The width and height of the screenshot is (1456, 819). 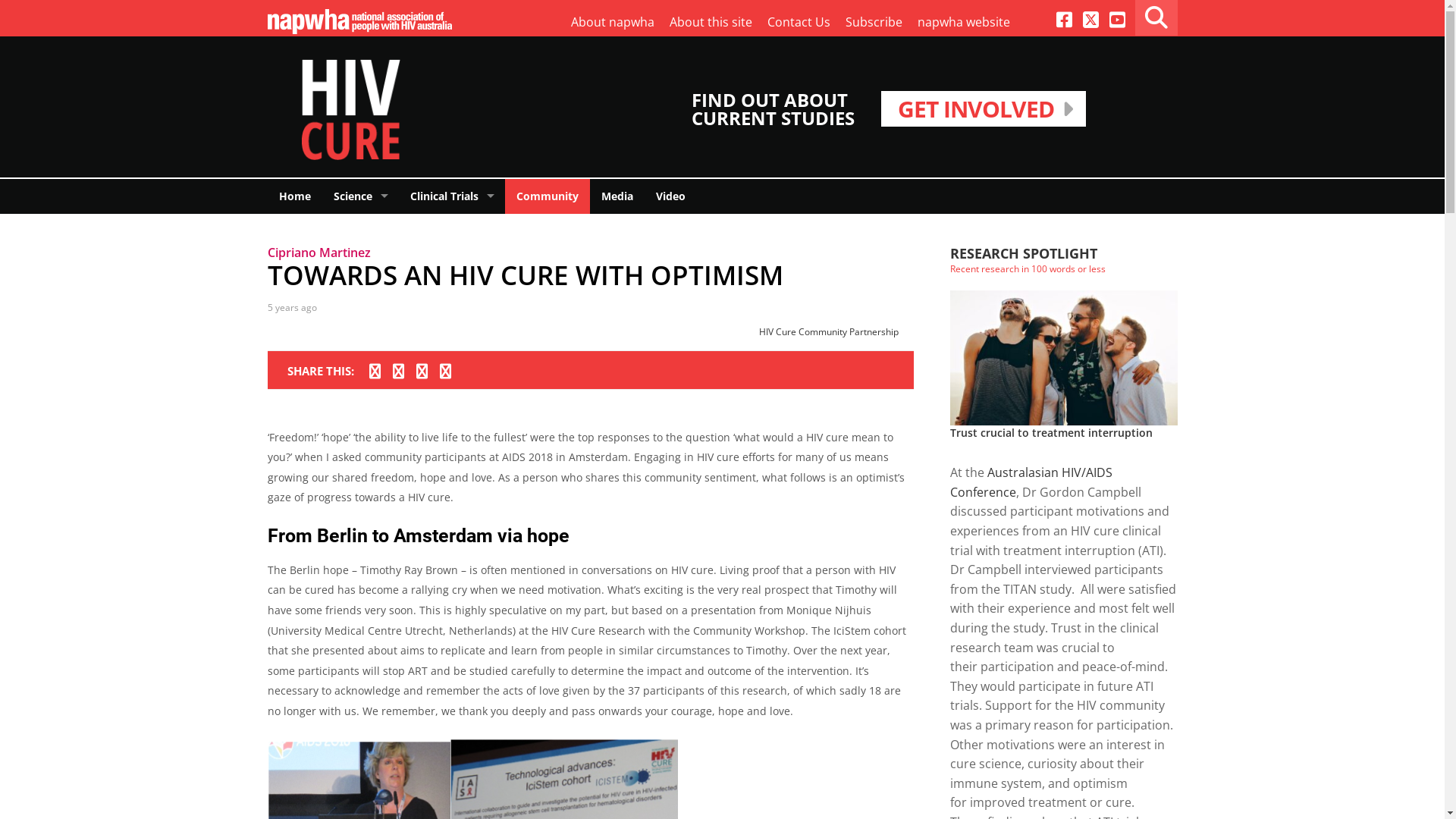 What do you see at coordinates (983, 108) in the screenshot?
I see `'GET INVOLVED'` at bounding box center [983, 108].